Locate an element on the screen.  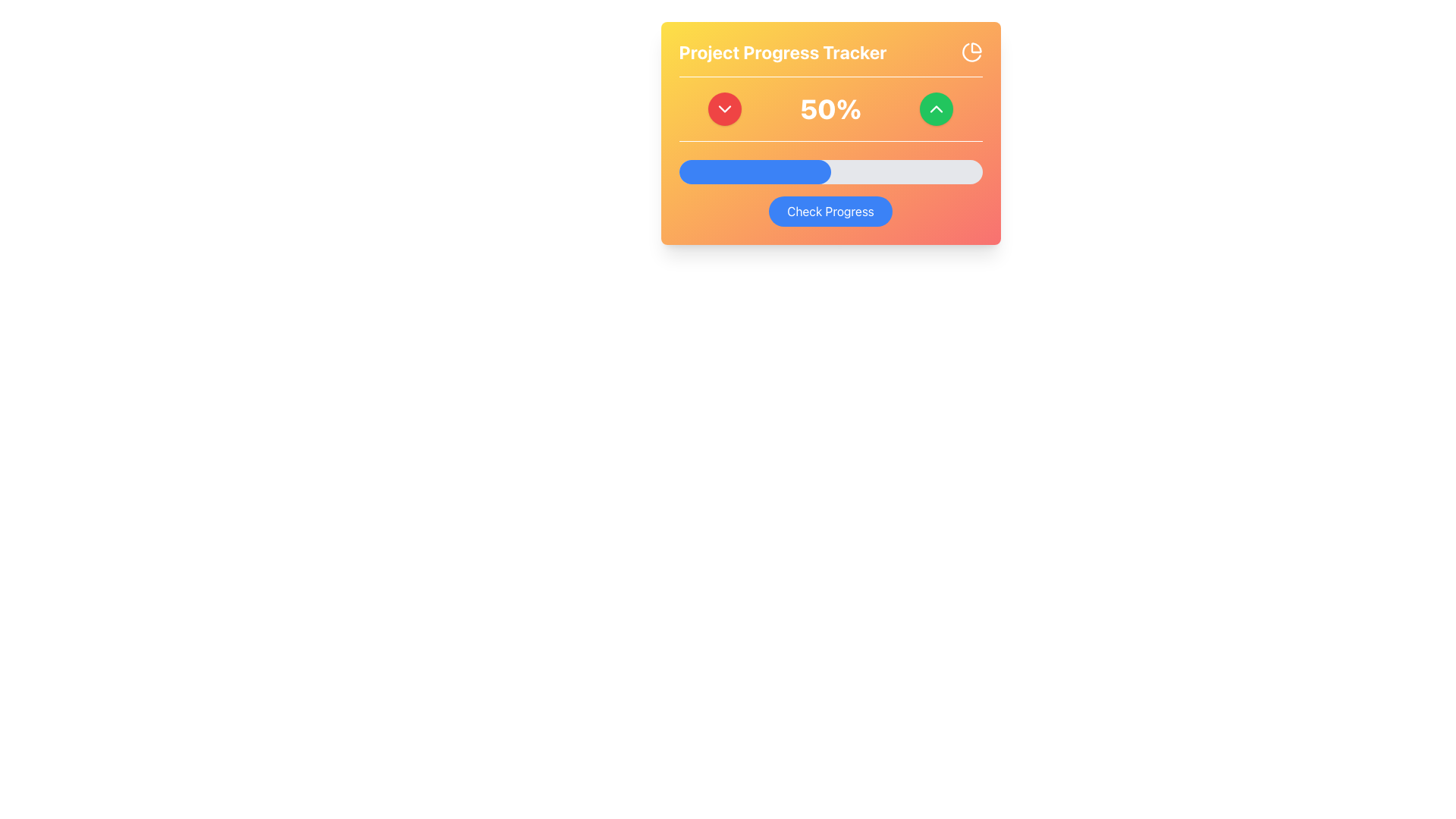
the Decorative SVG graphic (pie-chart slice) located in the top-right corner of the card interface is located at coordinates (976, 47).